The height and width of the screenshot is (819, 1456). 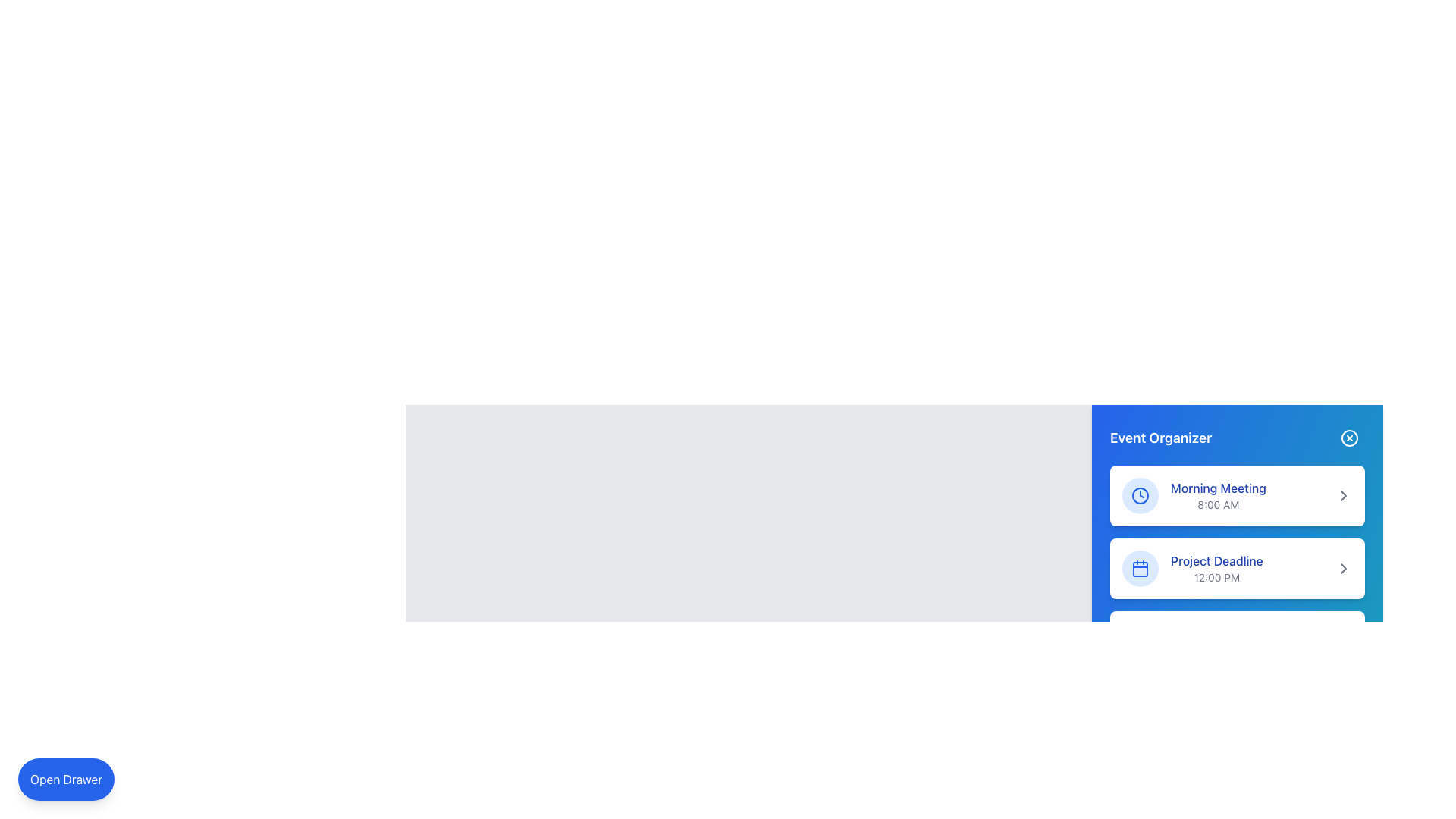 I want to click on the rounded rectangular button with a blue background and white text reading 'Open Drawer' located at the bottom-left corner of the interface, so click(x=65, y=780).